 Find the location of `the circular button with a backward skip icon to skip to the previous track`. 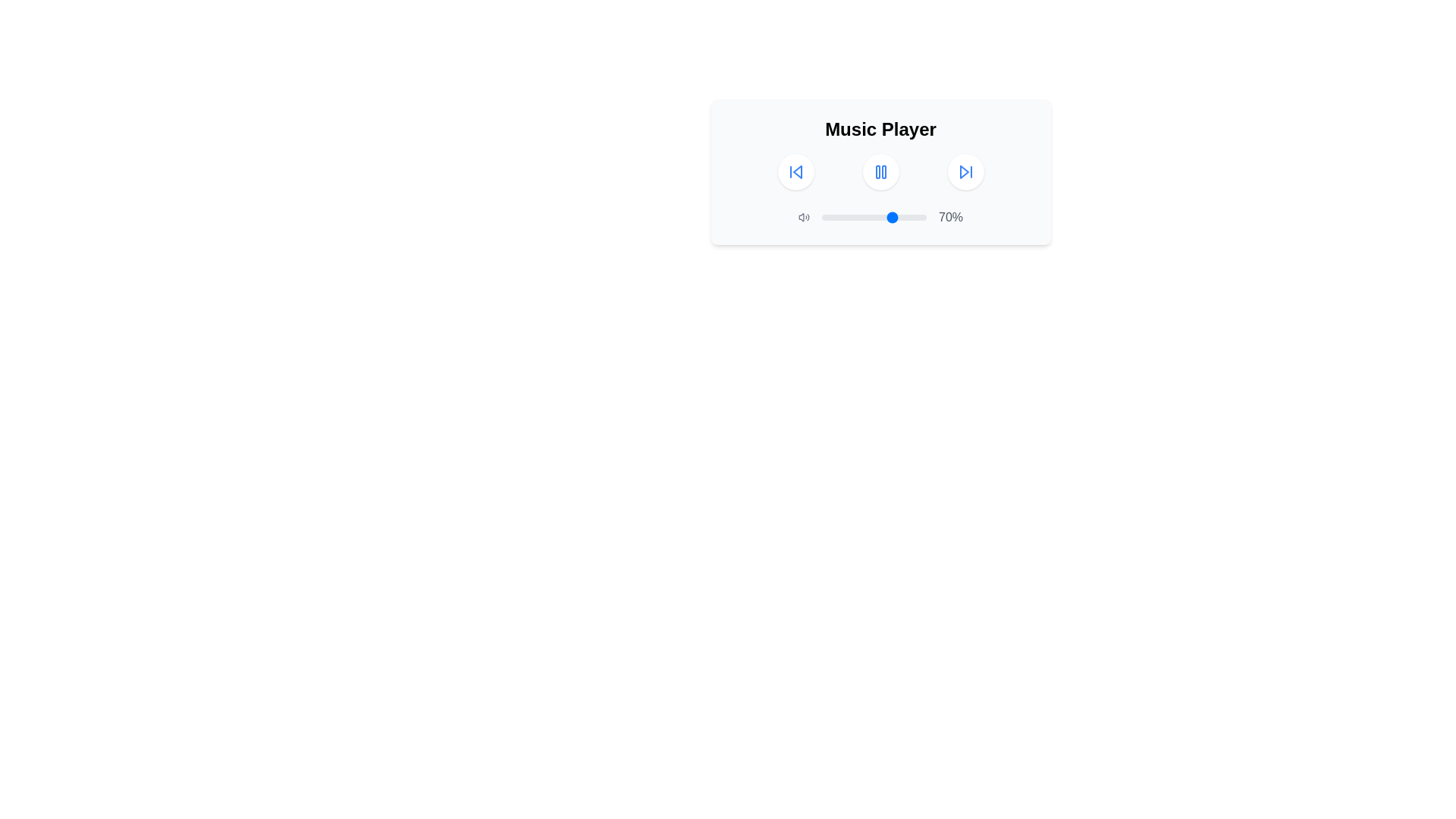

the circular button with a backward skip icon to skip to the previous track is located at coordinates (795, 171).